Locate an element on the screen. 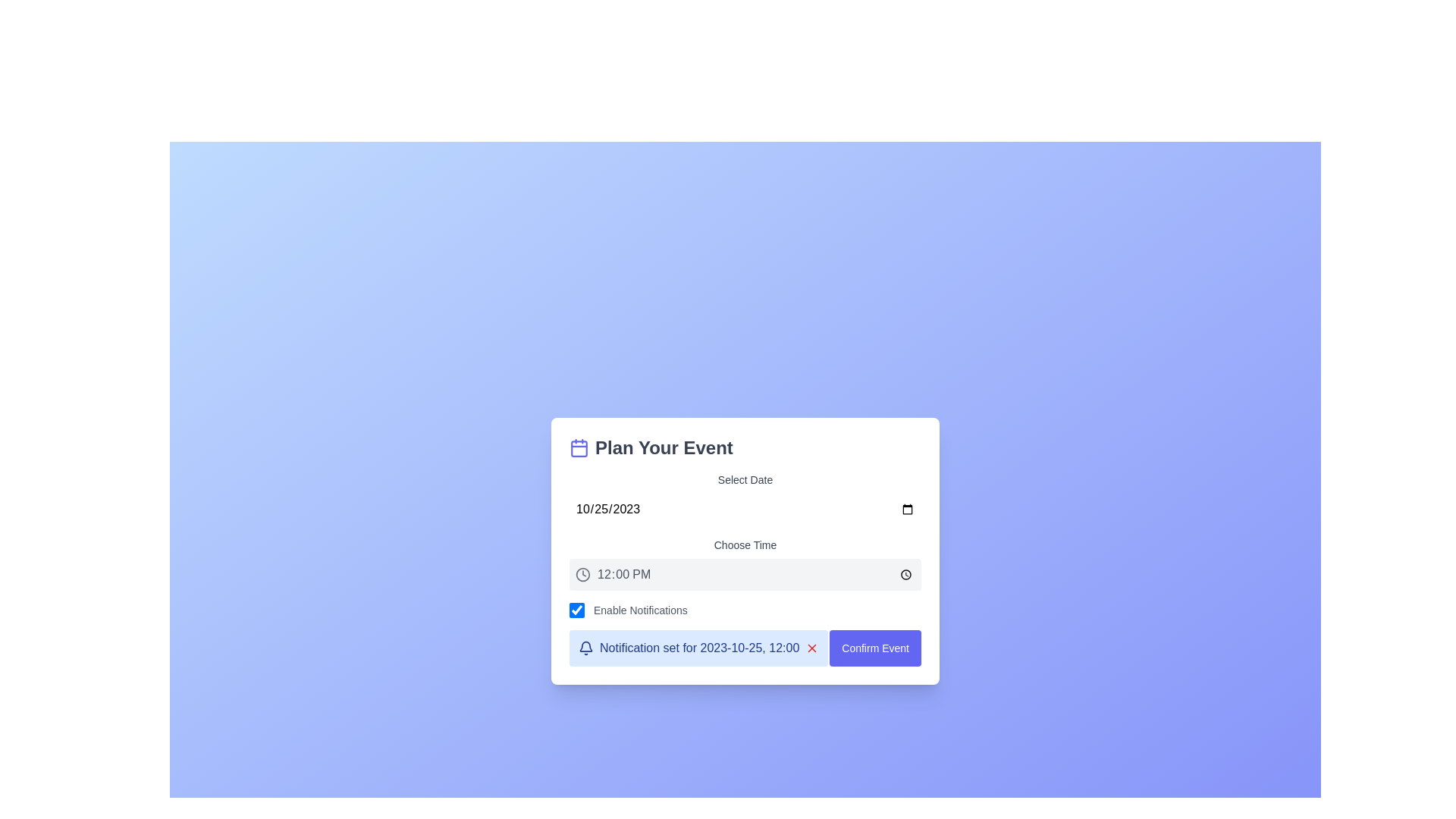  the Date Input Field located under the 'Select Date' title to focus on the input field is located at coordinates (745, 509).